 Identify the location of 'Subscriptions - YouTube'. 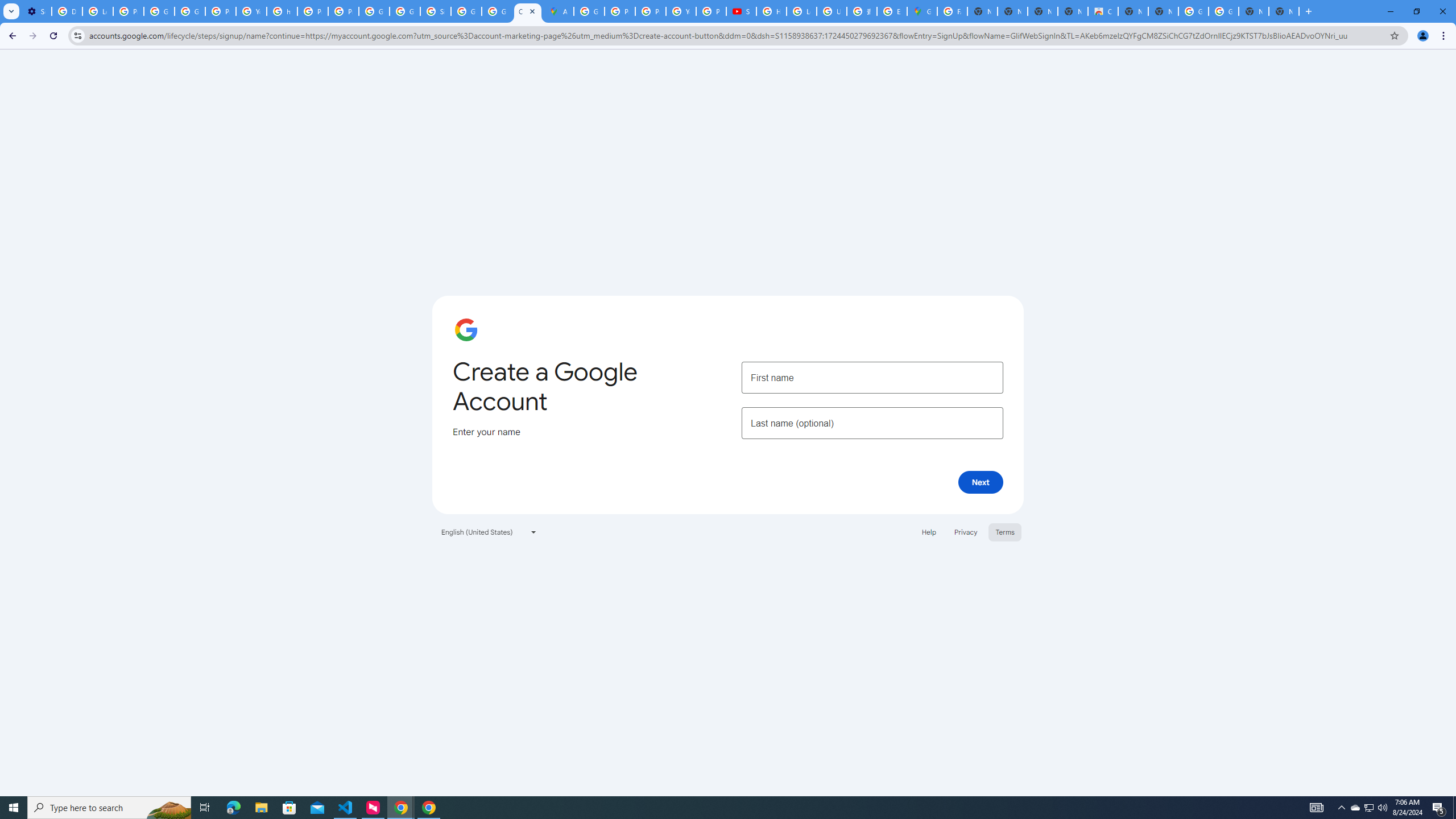
(741, 11).